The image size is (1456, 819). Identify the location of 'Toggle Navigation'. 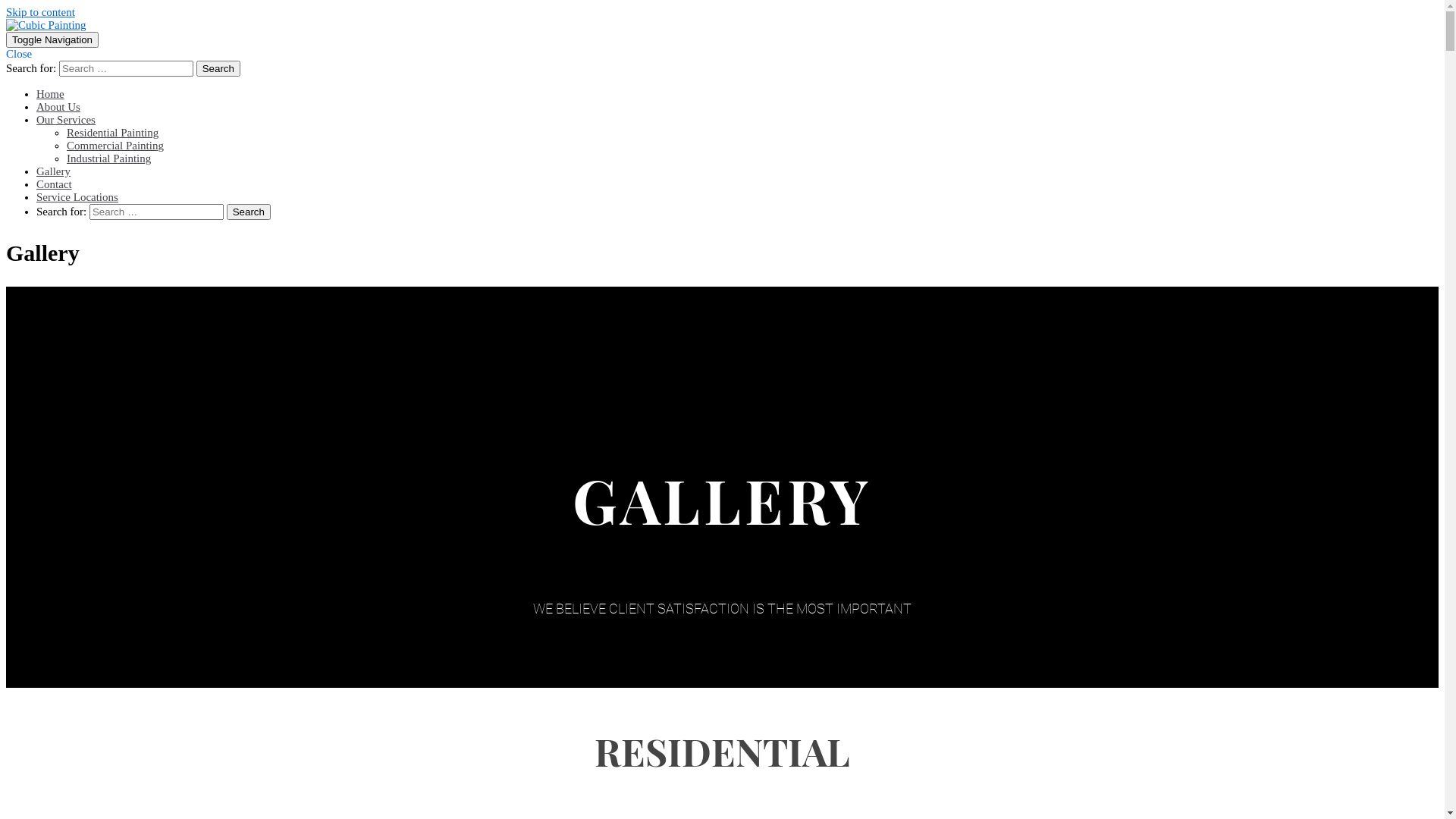
(52, 39).